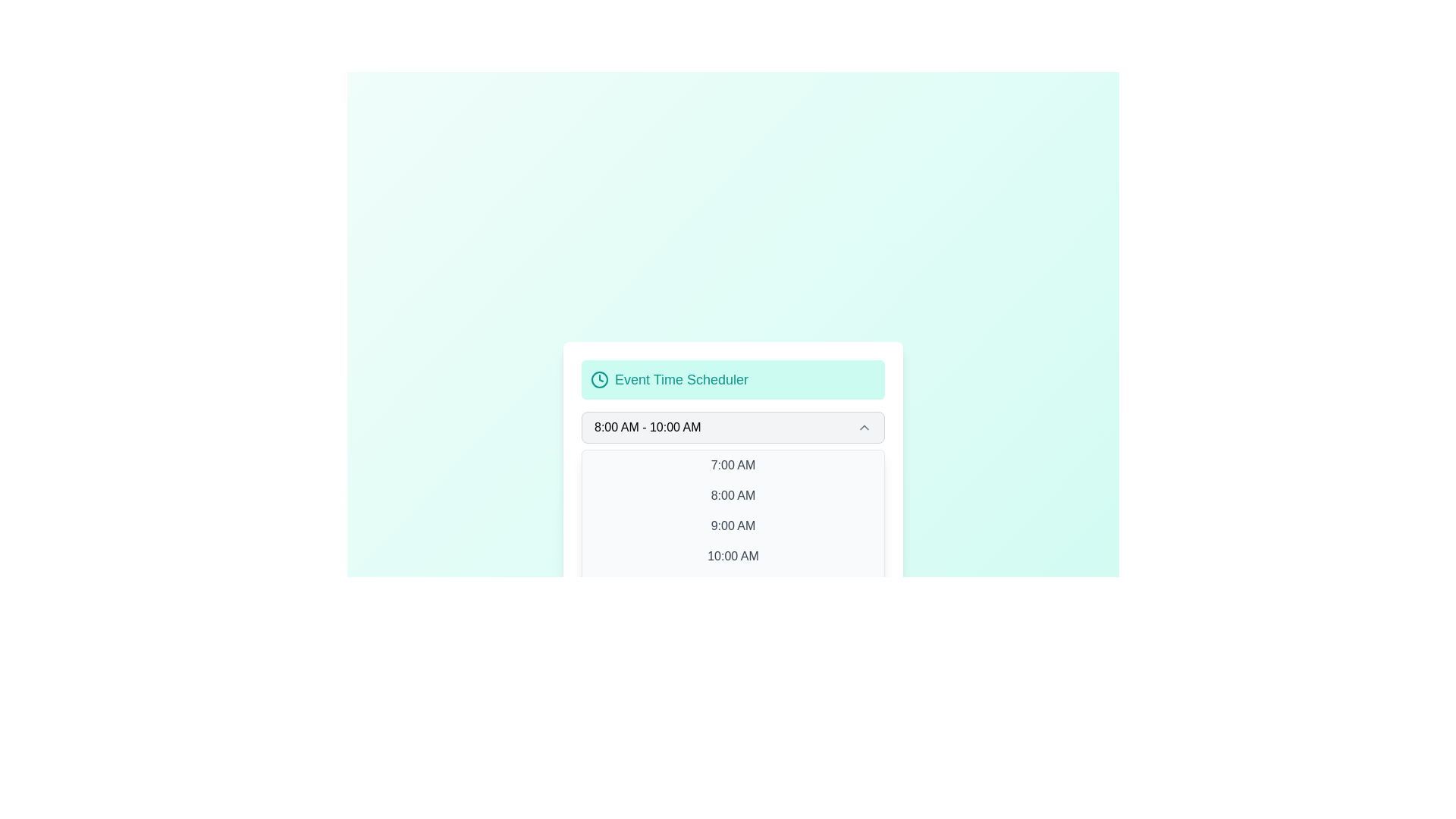  What do you see at coordinates (733, 464) in the screenshot?
I see `the first item in the dropdown list` at bounding box center [733, 464].